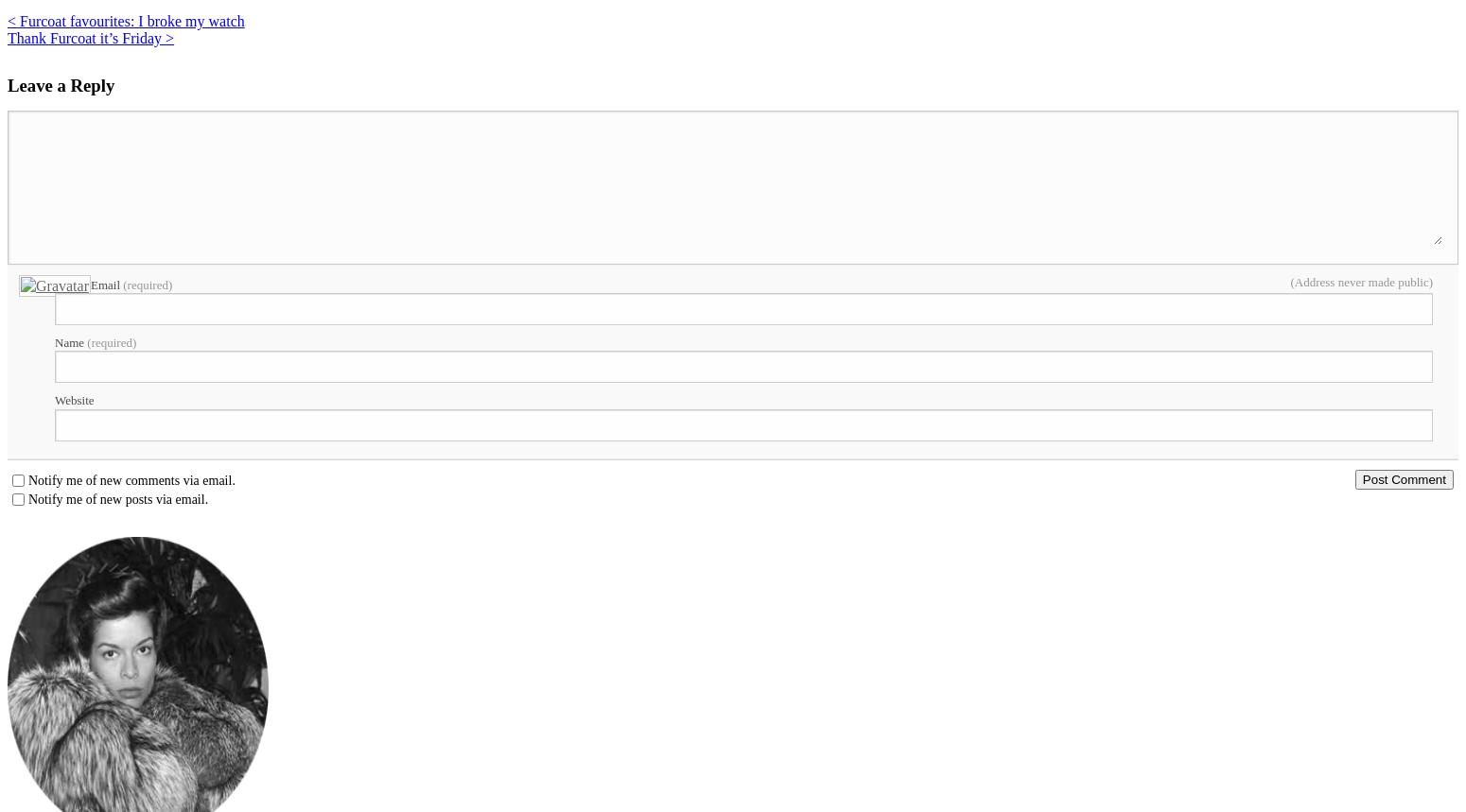 The height and width of the screenshot is (812, 1466). Describe the element at coordinates (117, 497) in the screenshot. I see `'Notify me of new posts via email.'` at that location.